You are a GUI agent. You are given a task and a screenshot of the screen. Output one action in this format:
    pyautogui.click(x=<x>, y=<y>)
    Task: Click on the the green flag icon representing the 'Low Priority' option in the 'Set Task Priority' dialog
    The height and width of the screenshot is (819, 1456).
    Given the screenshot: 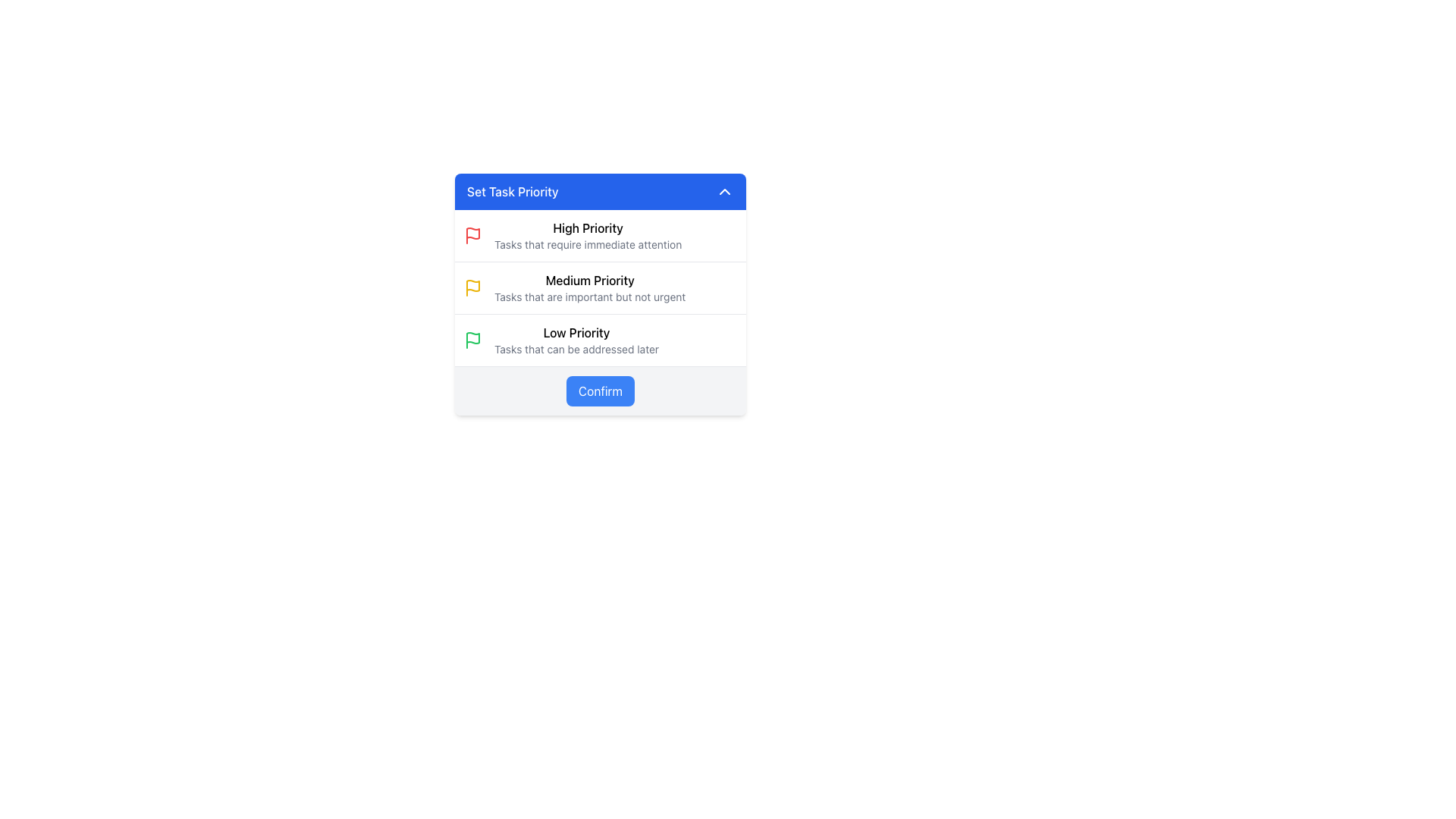 What is the action you would take?
    pyautogui.click(x=472, y=337)
    